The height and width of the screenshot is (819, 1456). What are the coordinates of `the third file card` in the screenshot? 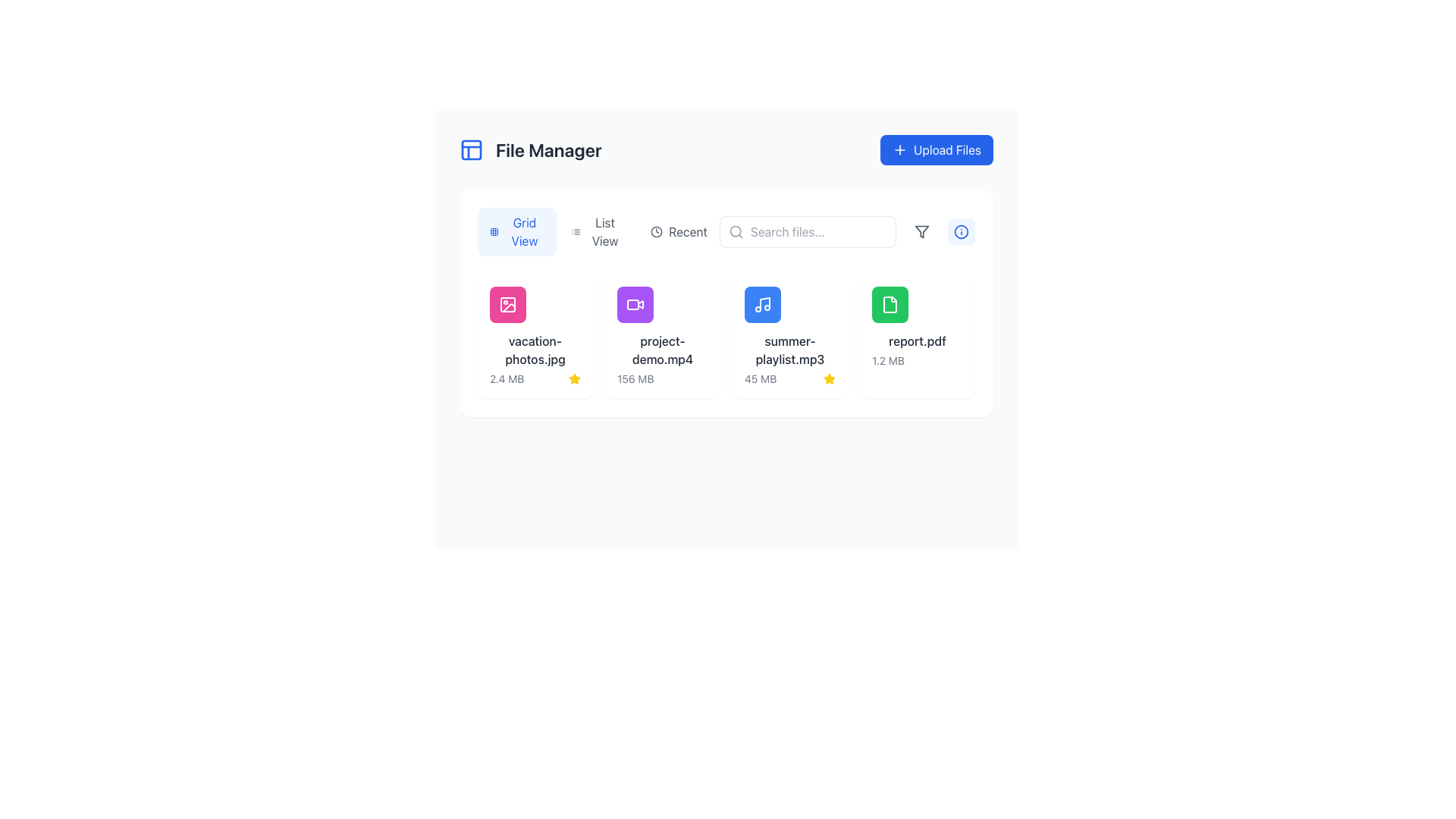 It's located at (789, 335).